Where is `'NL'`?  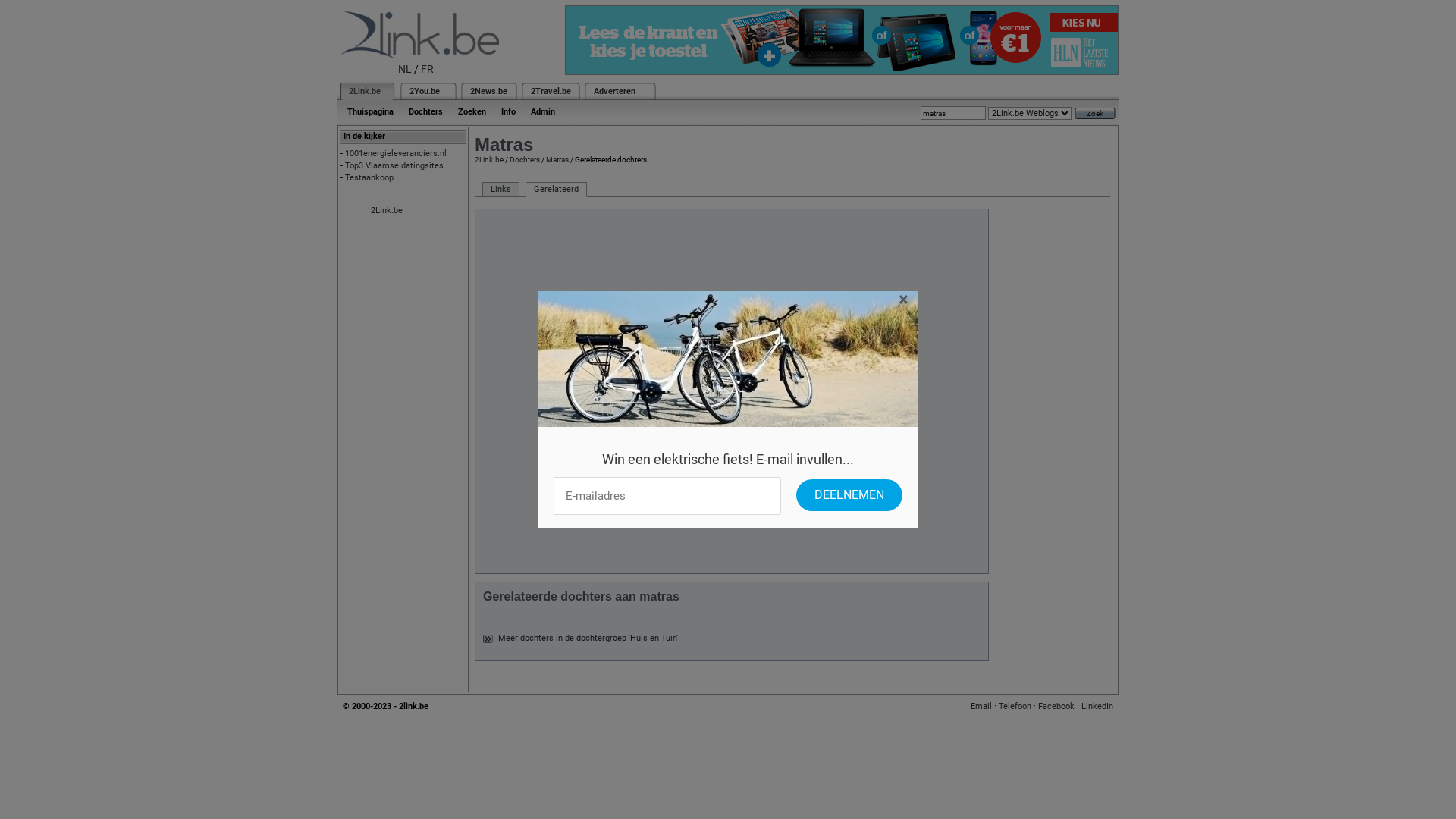 'NL' is located at coordinates (404, 69).